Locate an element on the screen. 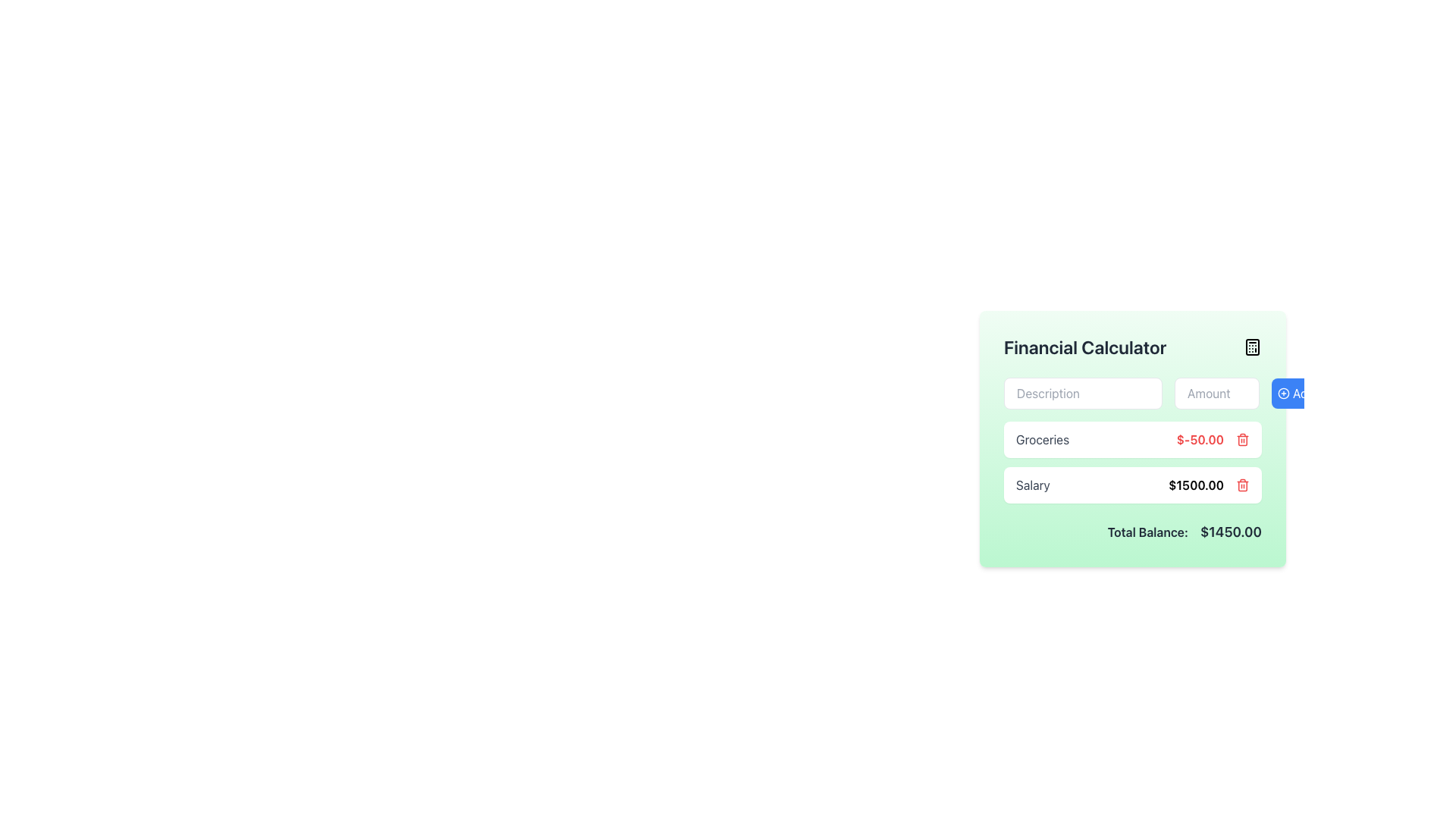  the Text Label displaying the monetary amount for the 'Salary' entry in the financial calculator form, located under the 'Financial Calculator' header is located at coordinates (1195, 485).